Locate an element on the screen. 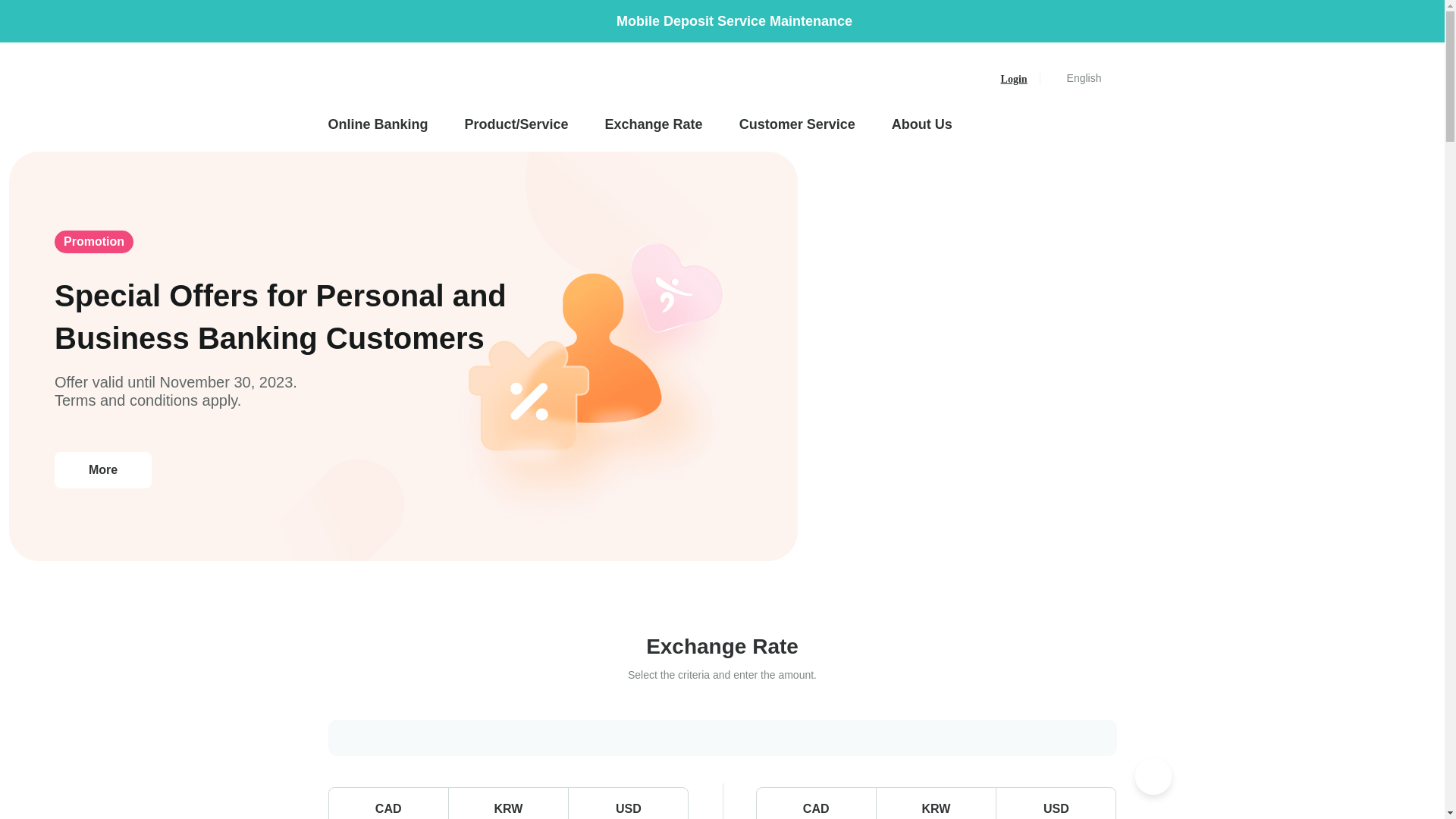 The width and height of the screenshot is (1456, 819). 'Exchange Rate' is located at coordinates (654, 124).